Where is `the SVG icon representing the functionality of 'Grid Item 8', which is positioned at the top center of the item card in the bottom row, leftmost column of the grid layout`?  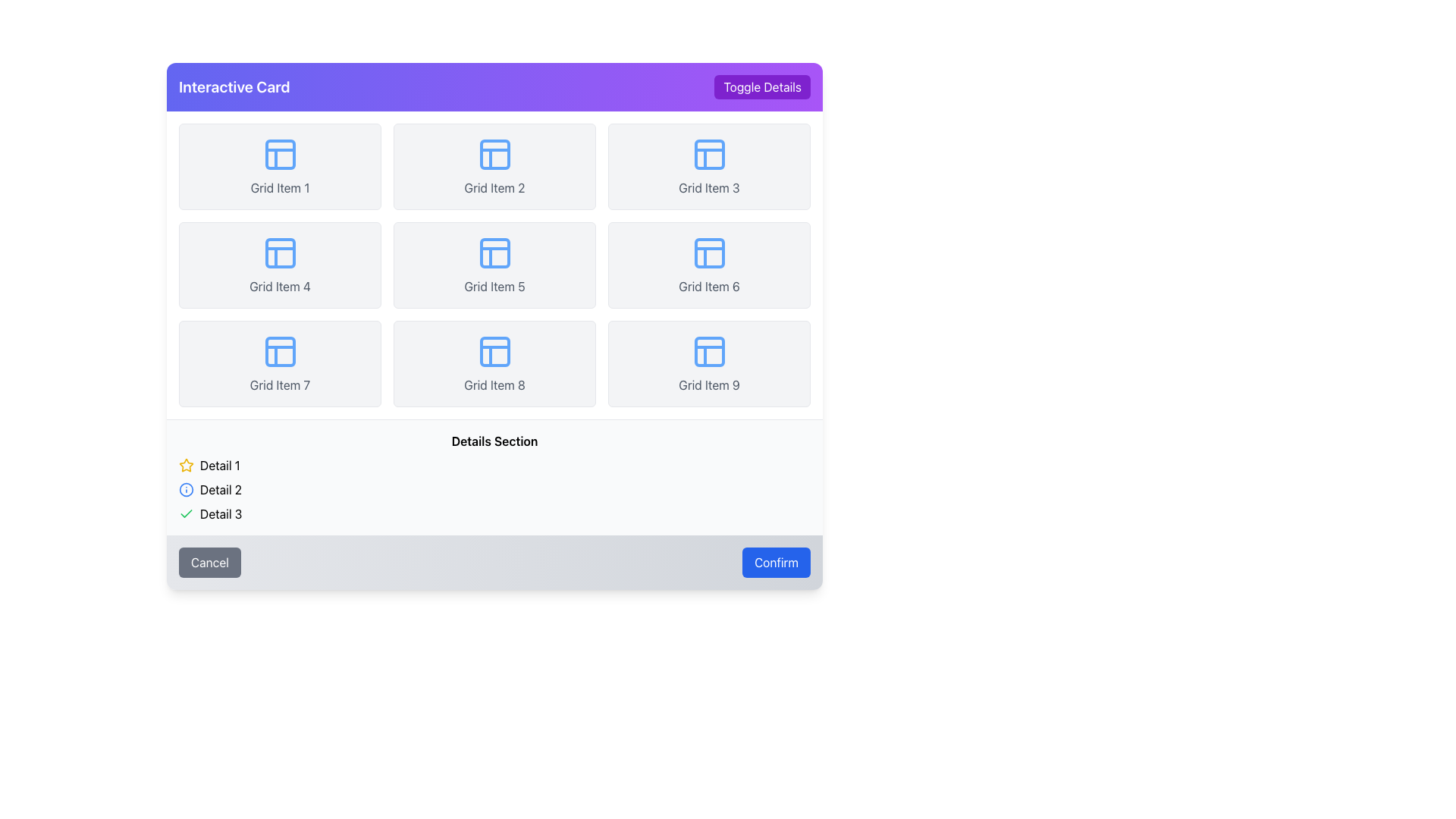 the SVG icon representing the functionality of 'Grid Item 8', which is positioned at the top center of the item card in the bottom row, leftmost column of the grid layout is located at coordinates (494, 351).